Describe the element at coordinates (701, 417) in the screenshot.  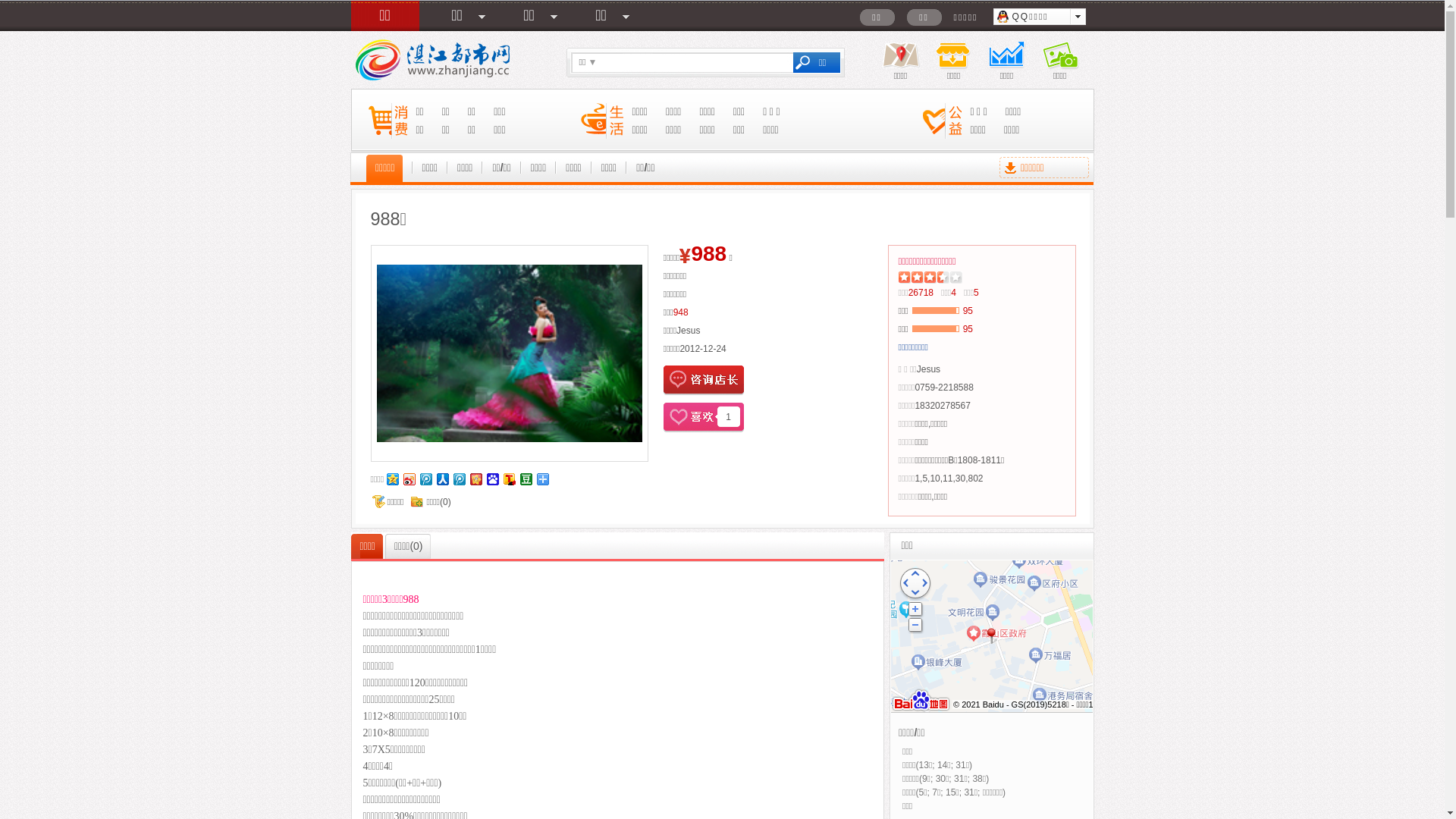
I see `'1'` at that location.